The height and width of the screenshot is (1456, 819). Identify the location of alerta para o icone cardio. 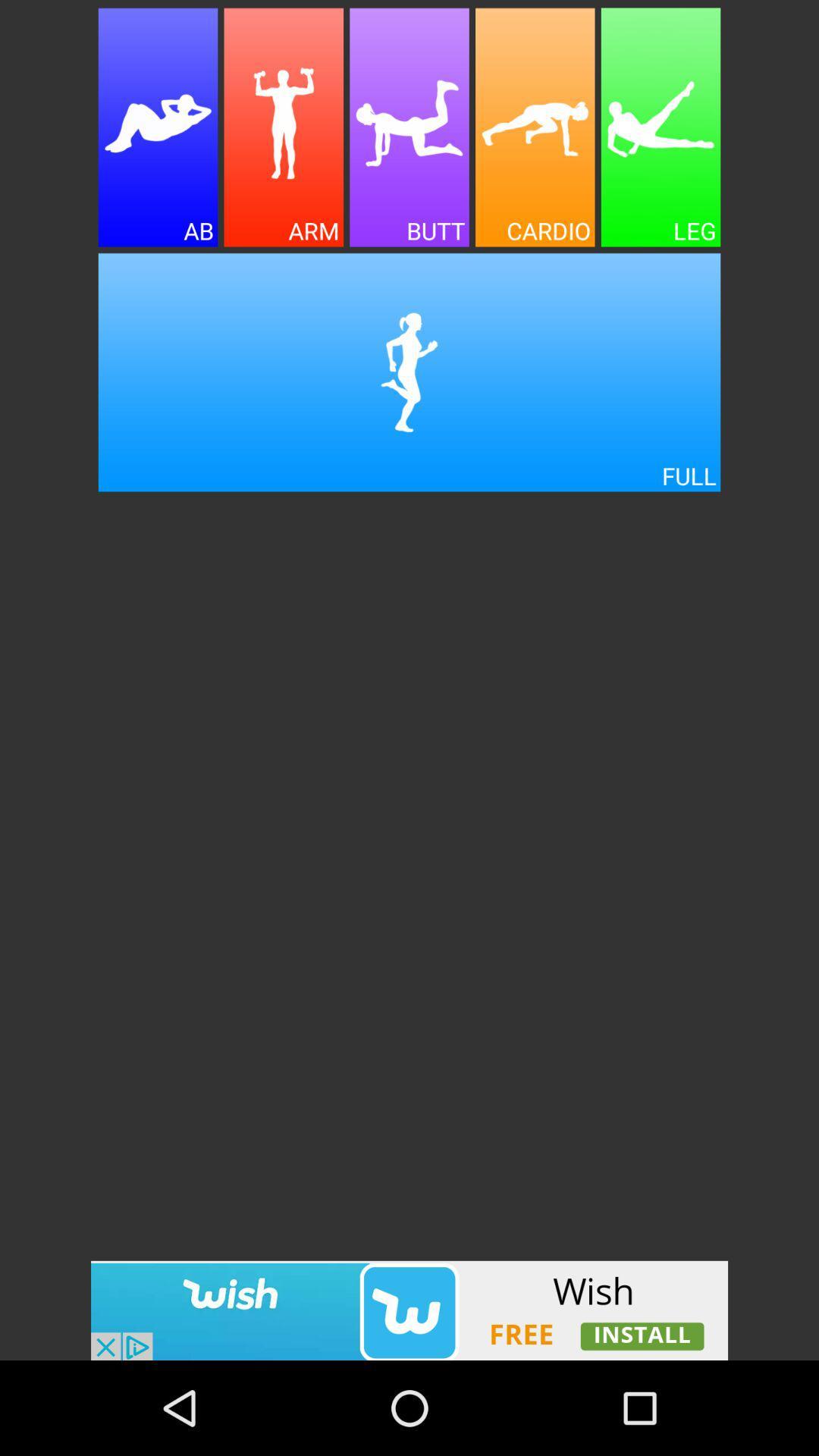
(534, 127).